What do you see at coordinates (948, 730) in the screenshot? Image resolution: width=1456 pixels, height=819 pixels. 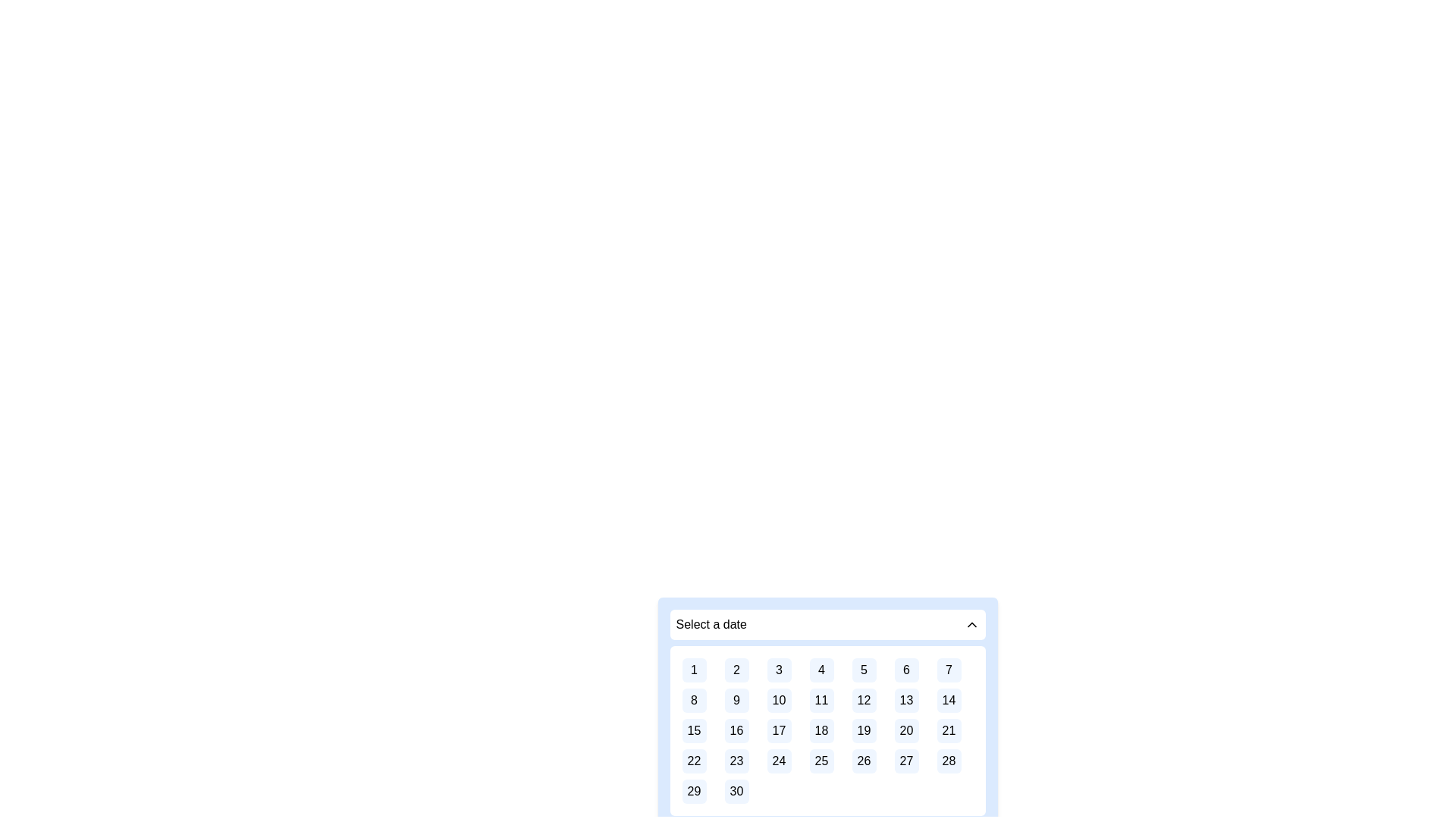 I see `the button displaying the number '21', located in the third row and seventh column of the grid in the date picker component` at bounding box center [948, 730].